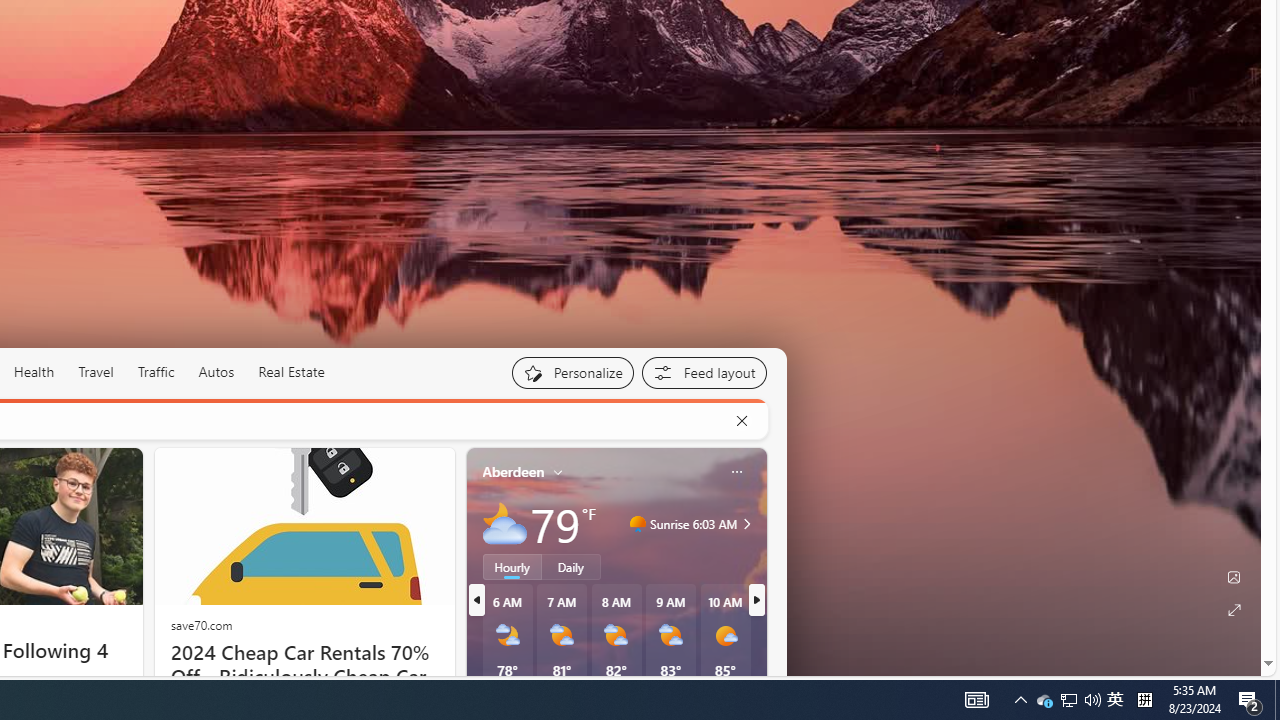  Describe the element at coordinates (475, 599) in the screenshot. I see `'previous'` at that location.